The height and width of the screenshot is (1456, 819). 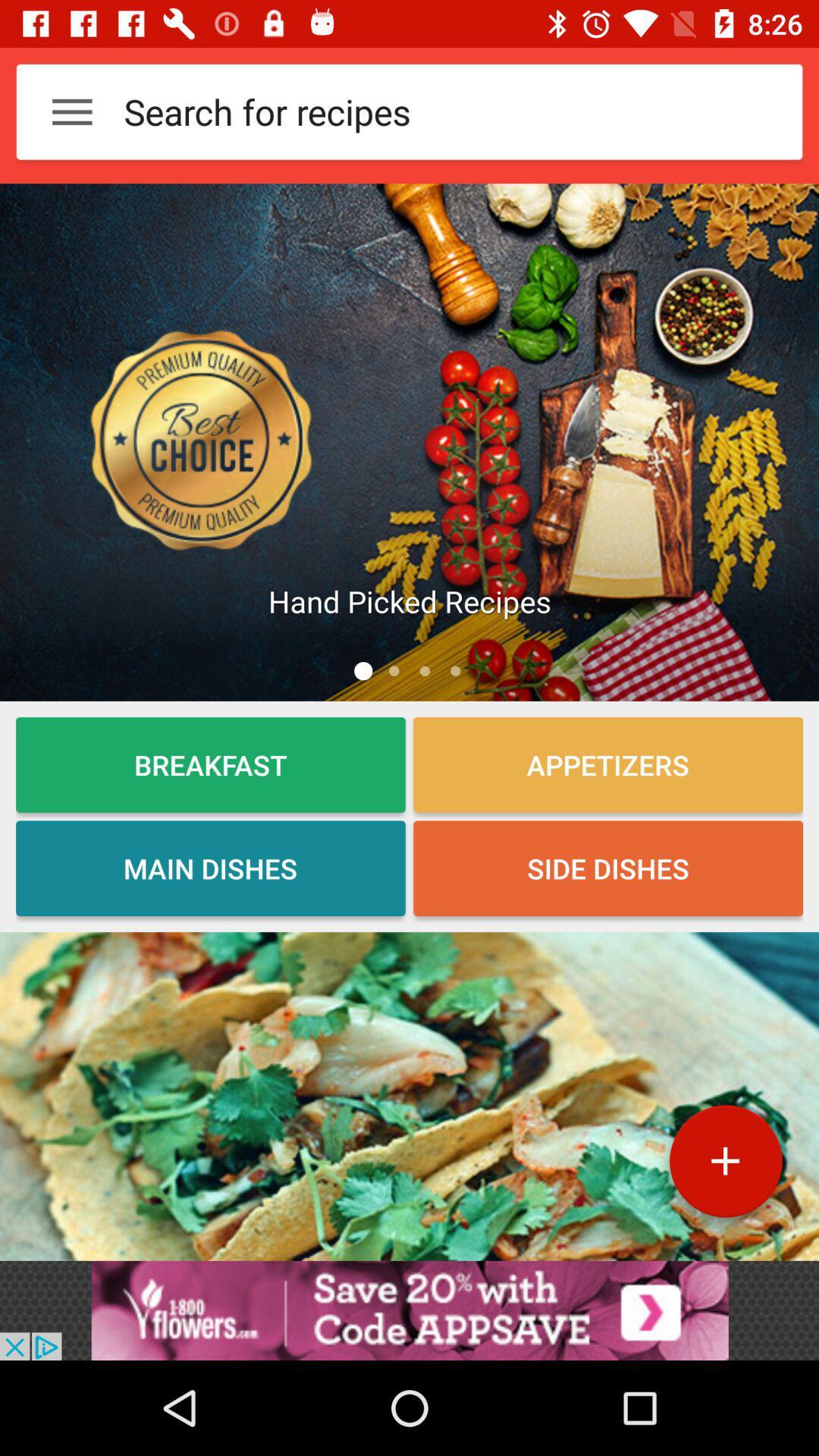 What do you see at coordinates (724, 1166) in the screenshot?
I see `the  icon at the bottom right corner of the web page` at bounding box center [724, 1166].